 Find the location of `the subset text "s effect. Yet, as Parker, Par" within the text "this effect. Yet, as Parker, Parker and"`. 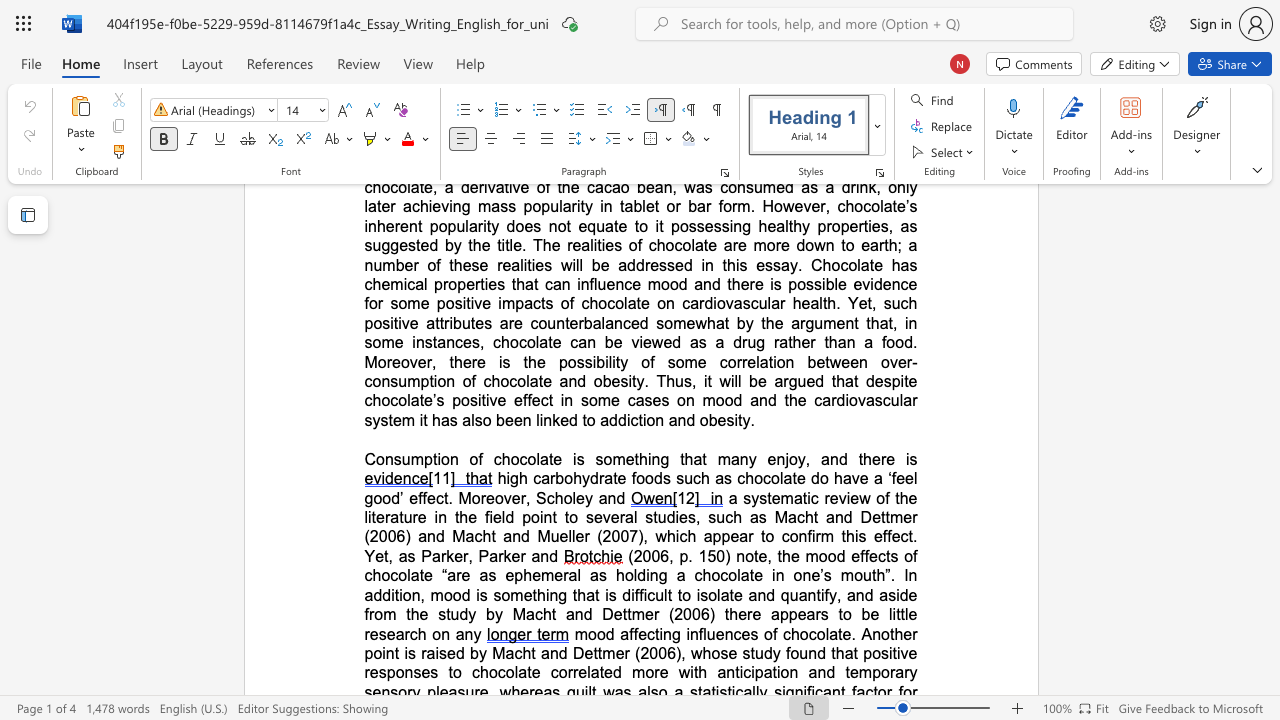

the subset text "s effect. Yet, as Parker, Par" within the text "this effect. Yet, as Parker, Parker and" is located at coordinates (858, 535).